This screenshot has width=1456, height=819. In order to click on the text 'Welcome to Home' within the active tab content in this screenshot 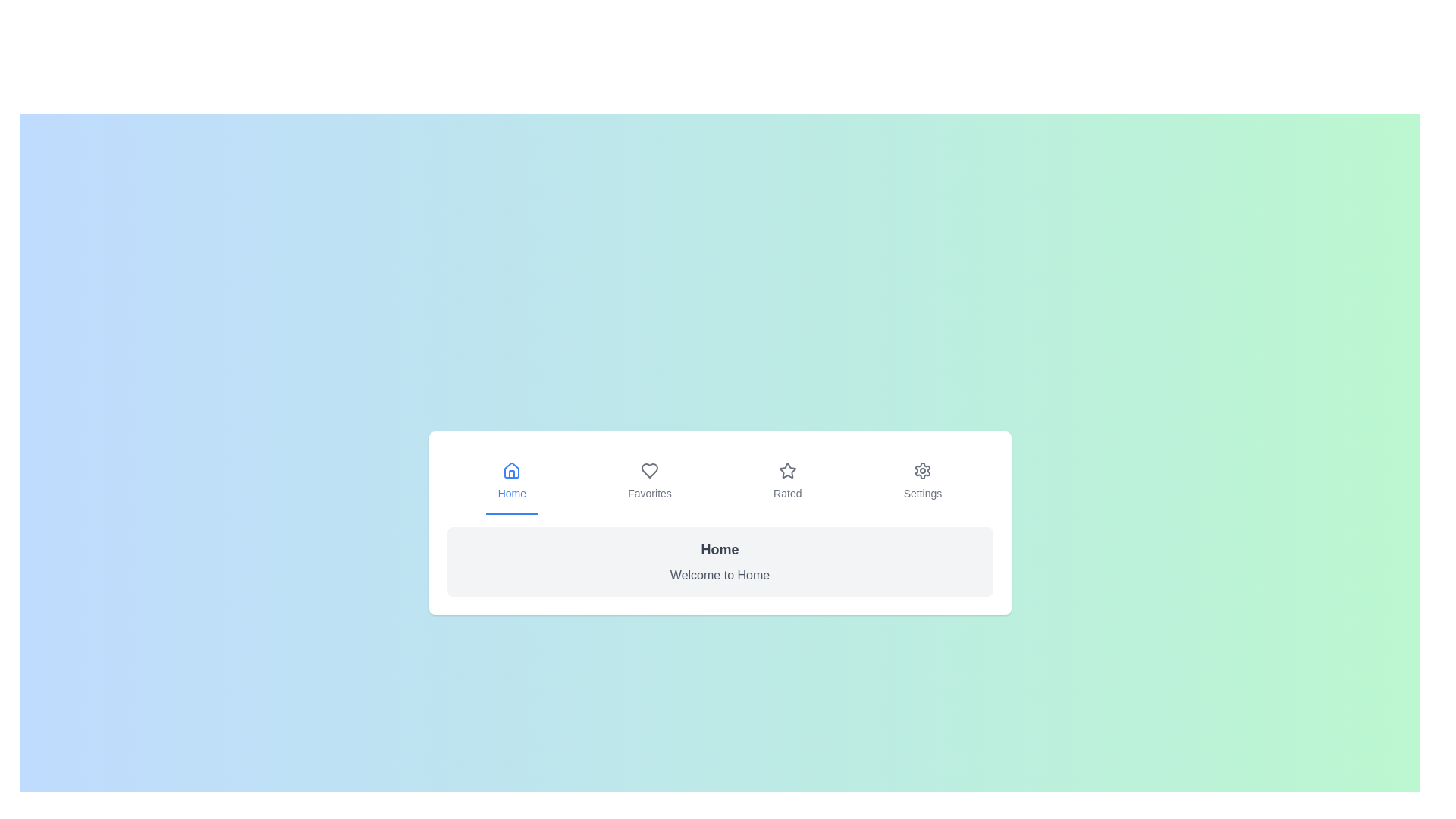, I will do `click(719, 561)`.